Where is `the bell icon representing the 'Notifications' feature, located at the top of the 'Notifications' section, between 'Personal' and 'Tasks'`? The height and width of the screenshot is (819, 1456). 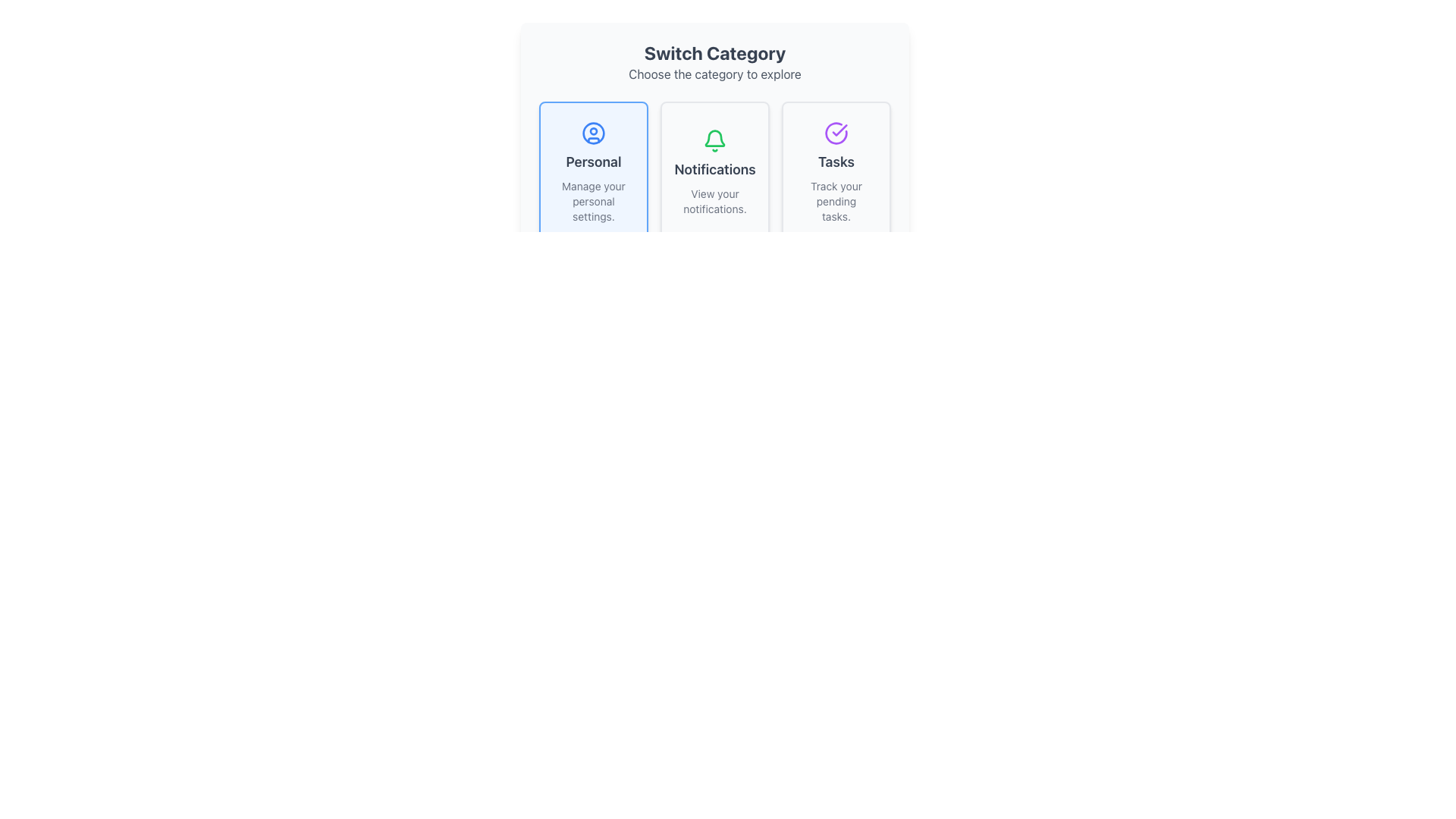 the bell icon representing the 'Notifications' feature, located at the top of the 'Notifications' section, between 'Personal' and 'Tasks' is located at coordinates (714, 140).